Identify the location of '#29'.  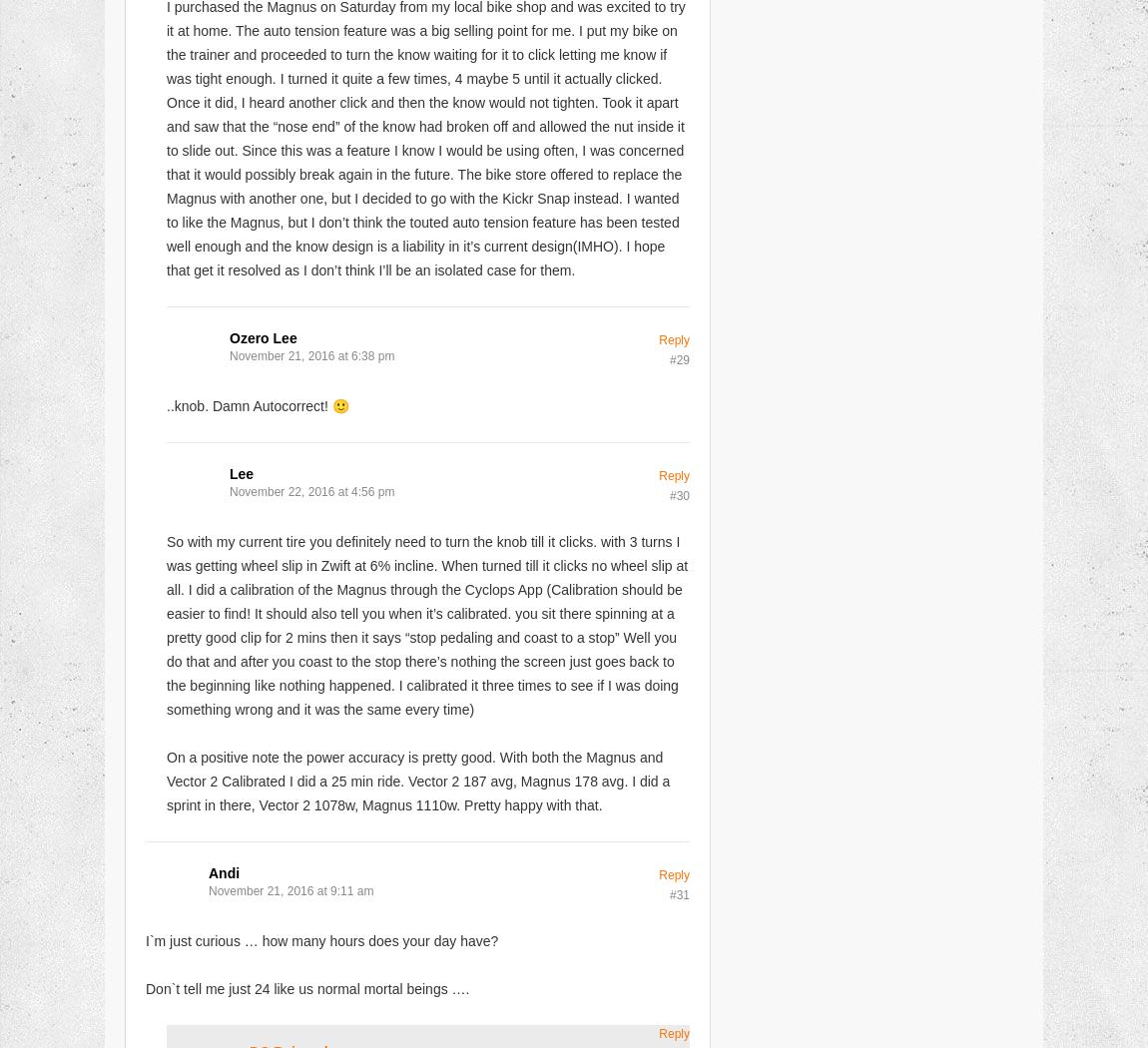
(678, 358).